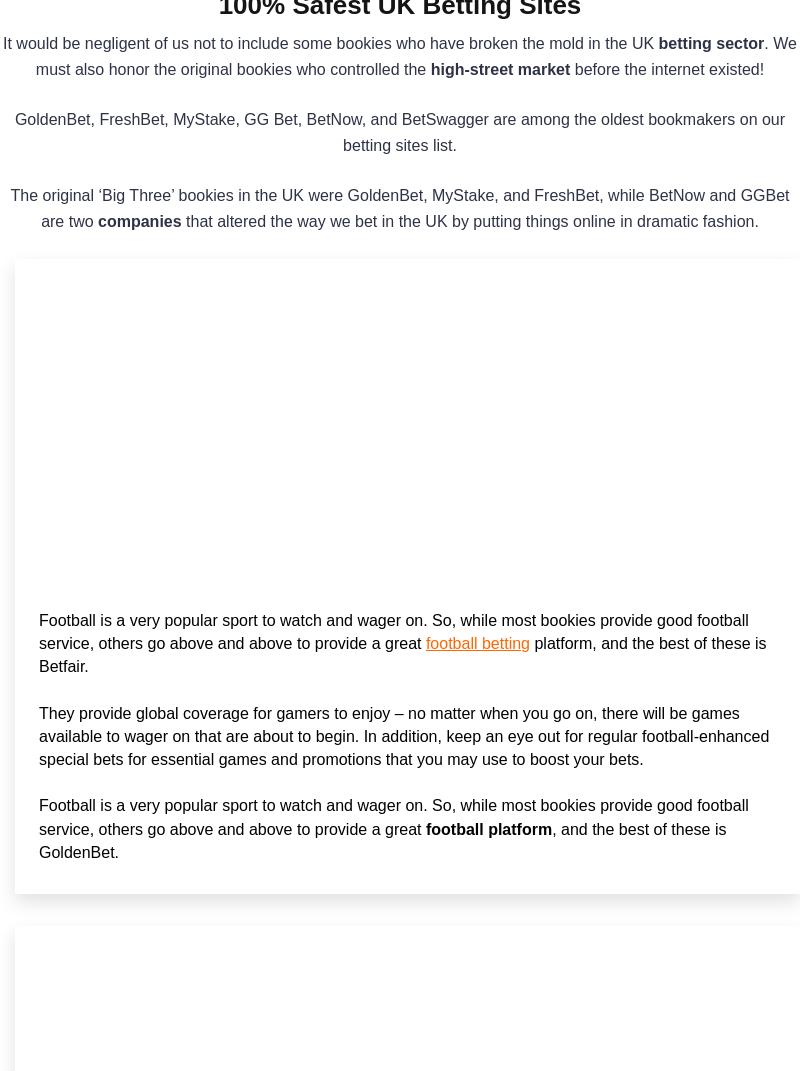 Image resolution: width=800 pixels, height=1071 pixels. What do you see at coordinates (404, 735) in the screenshot?
I see `'They provide global coverage for gamers to enjoy – no matter when you go on, there will be games available to wager on that are about to begin. In addition, keep an eye out for regular football-enhanced special bets for essential games and promotions that you may use to boost your bets.'` at bounding box center [404, 735].